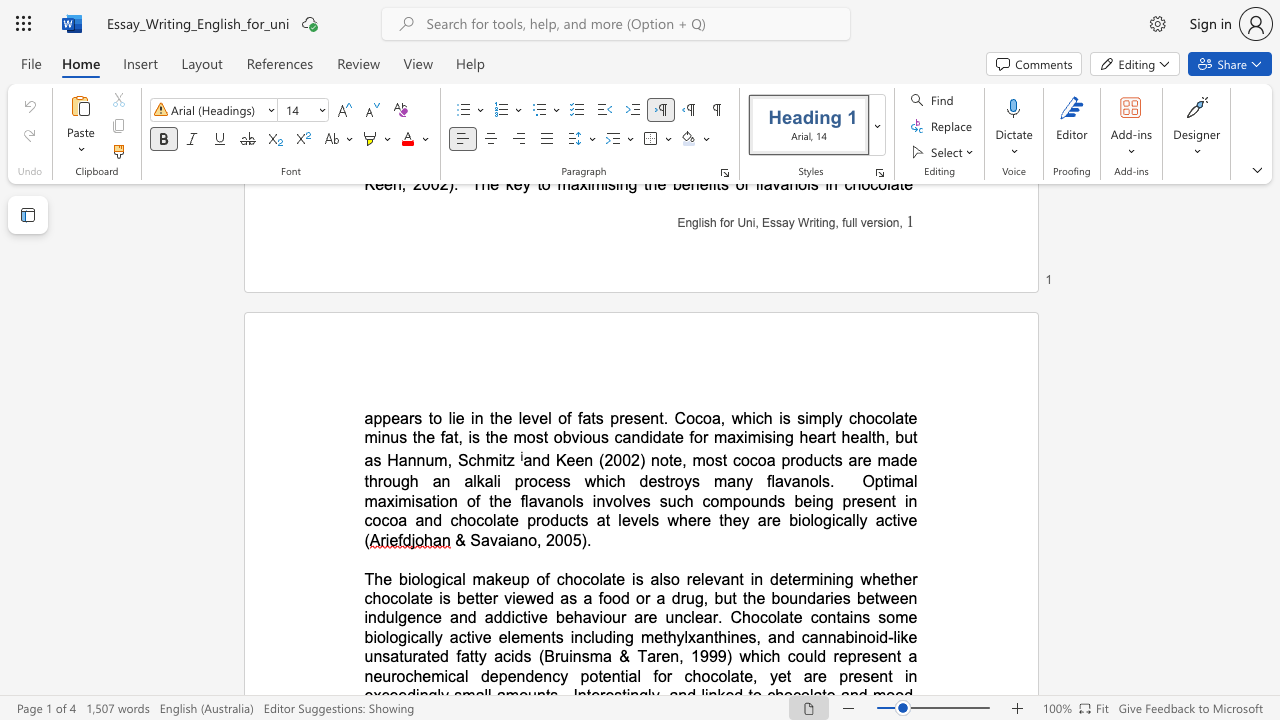 The height and width of the screenshot is (720, 1280). What do you see at coordinates (477, 656) in the screenshot?
I see `the subset text "y a" within the text "some biologically active elements including methylxanthines, and cannabinoid-like unsaturated fatty acids (Bruinsma & Taren, 1999) which could"` at bounding box center [477, 656].